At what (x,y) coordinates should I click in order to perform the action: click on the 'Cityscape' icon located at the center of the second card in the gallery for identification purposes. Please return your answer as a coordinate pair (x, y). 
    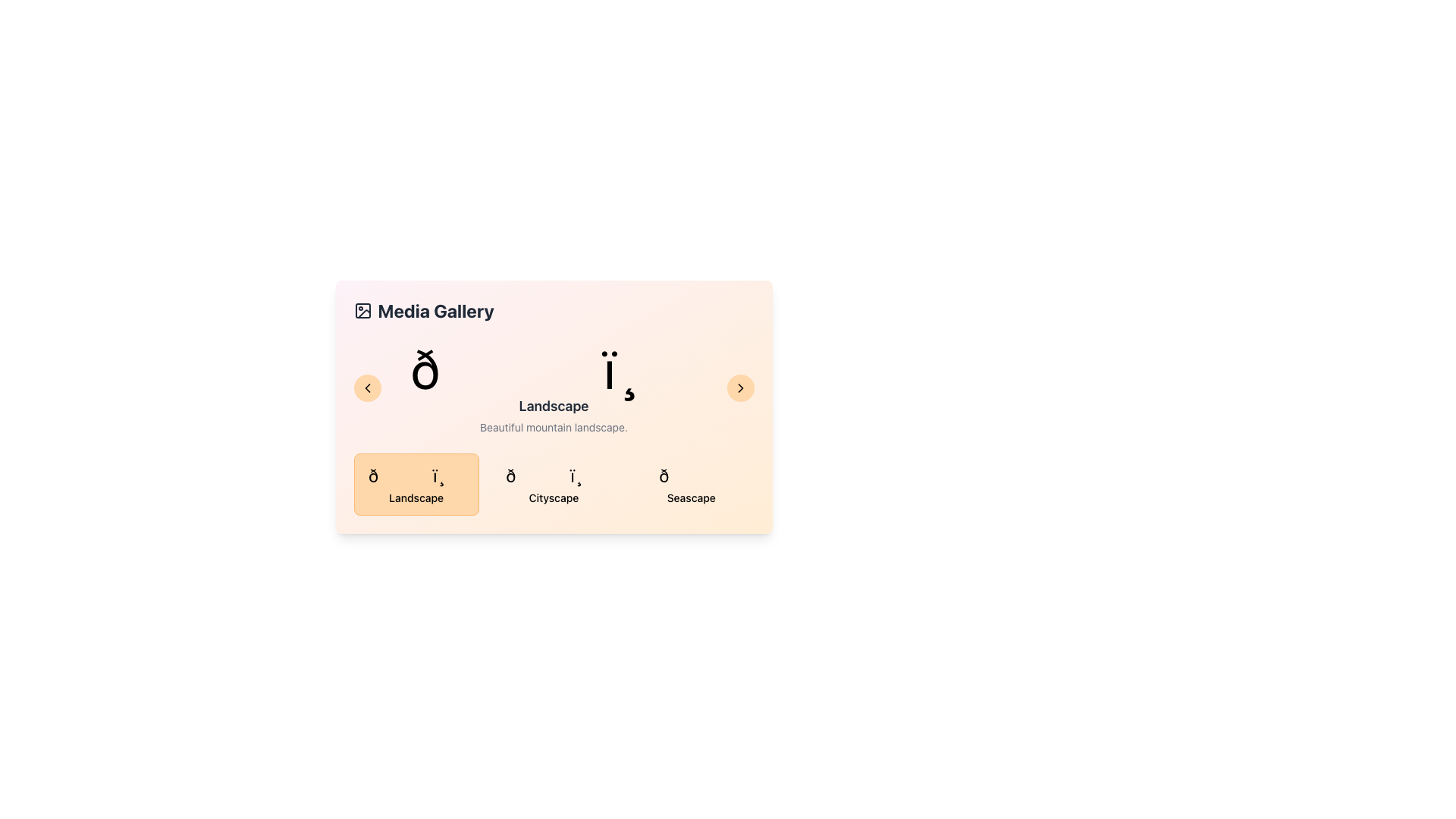
    Looking at the image, I should click on (553, 475).